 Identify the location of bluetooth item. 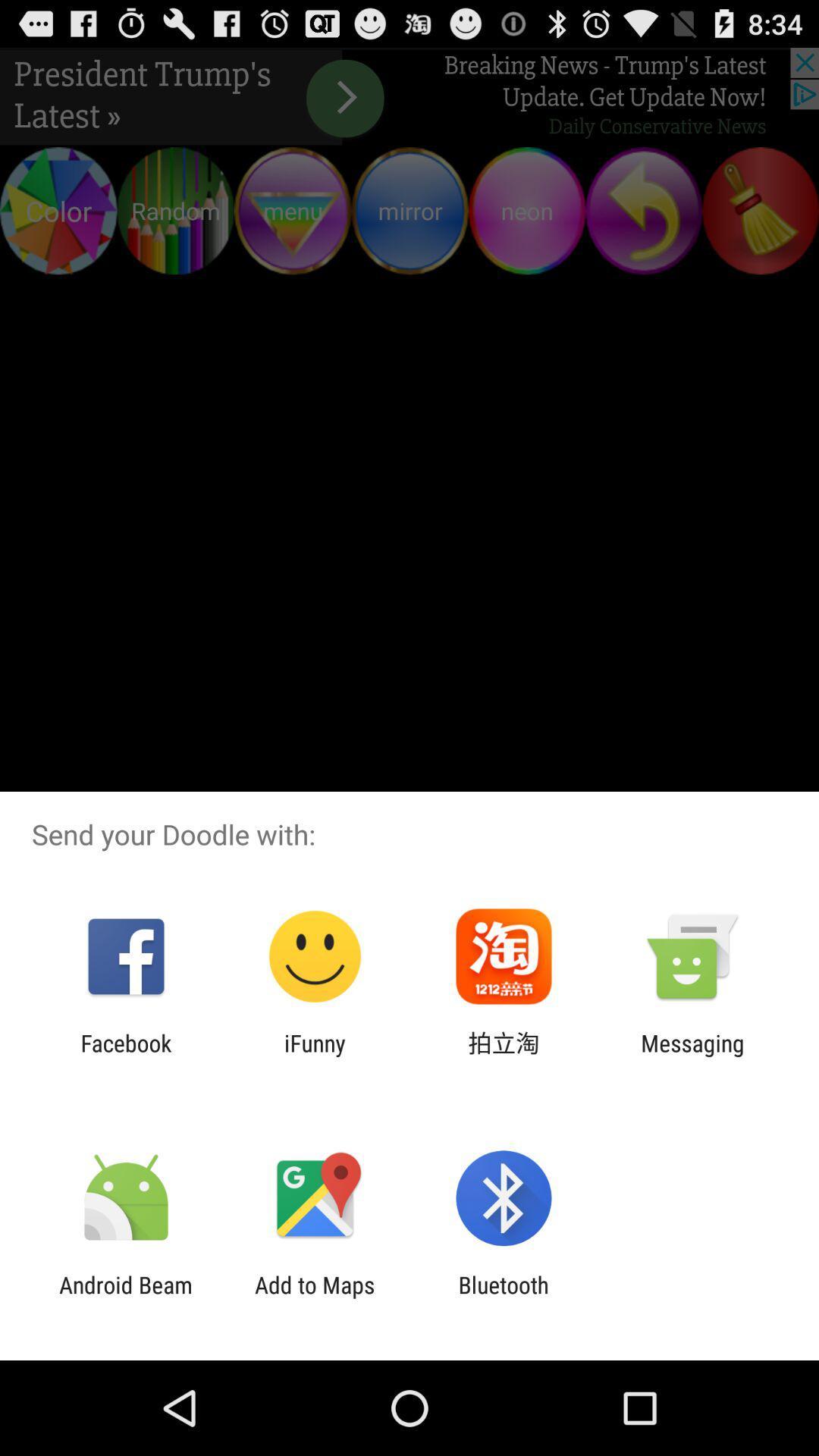
(504, 1298).